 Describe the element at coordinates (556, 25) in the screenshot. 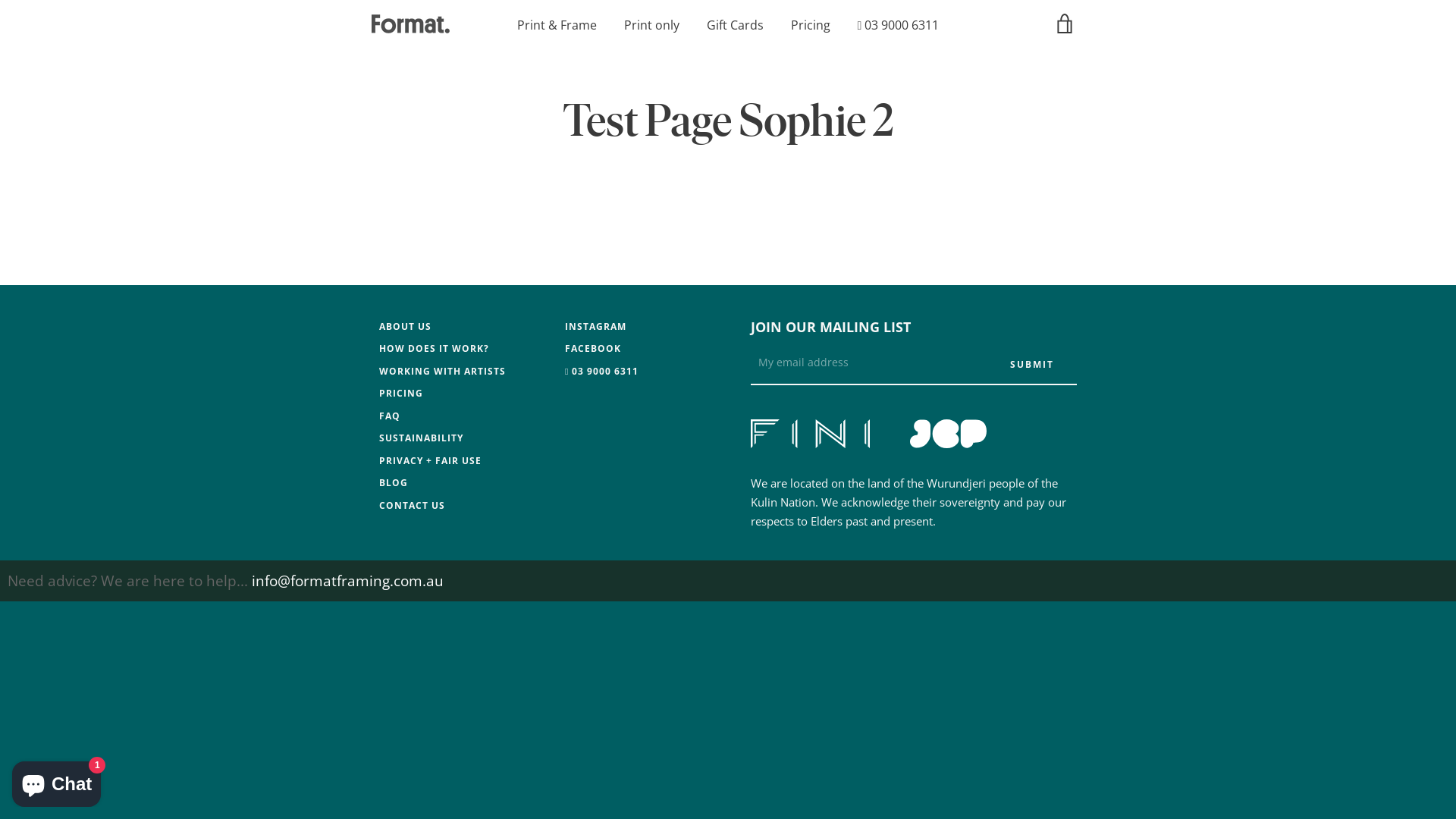

I see `'Print & Frame'` at that location.